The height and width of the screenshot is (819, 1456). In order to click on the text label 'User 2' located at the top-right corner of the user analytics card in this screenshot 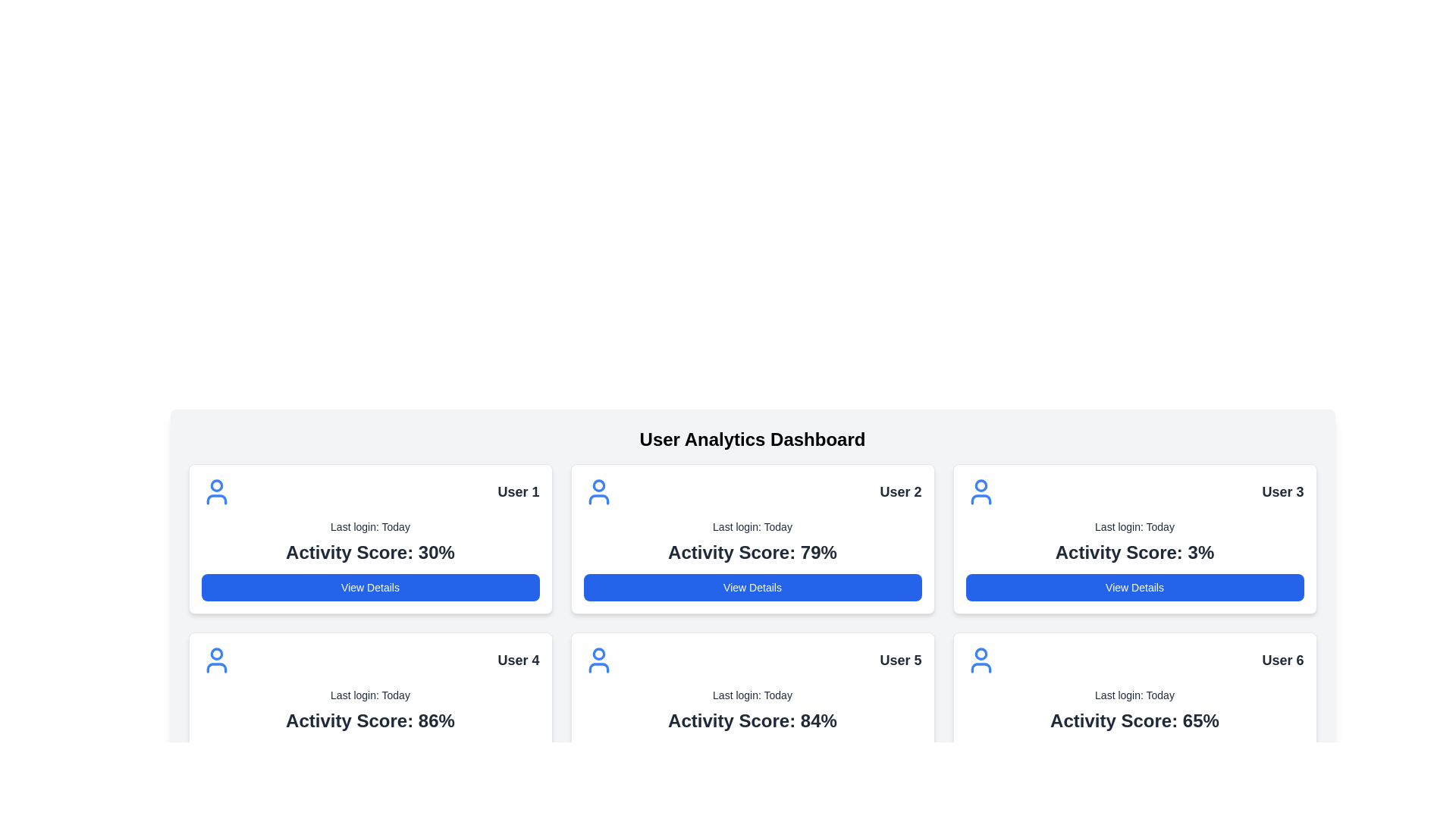, I will do `click(900, 491)`.